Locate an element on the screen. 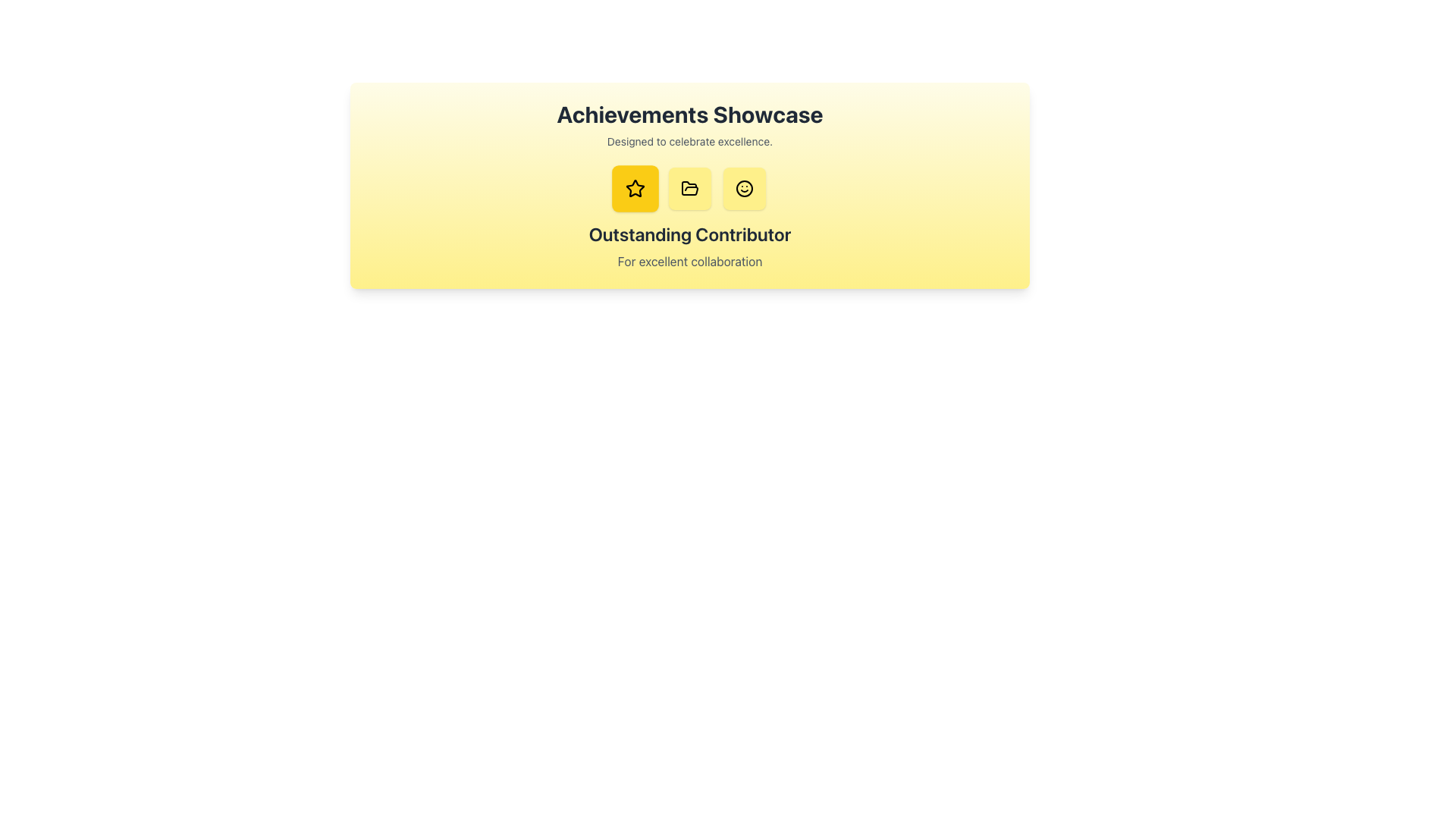 This screenshot has width=1456, height=819. the star-shaped icon located within the leftmost rounded yellow square in the horizontal arrangement of three icons, positioned under the title 'Achievements Showcase' is located at coordinates (635, 187).